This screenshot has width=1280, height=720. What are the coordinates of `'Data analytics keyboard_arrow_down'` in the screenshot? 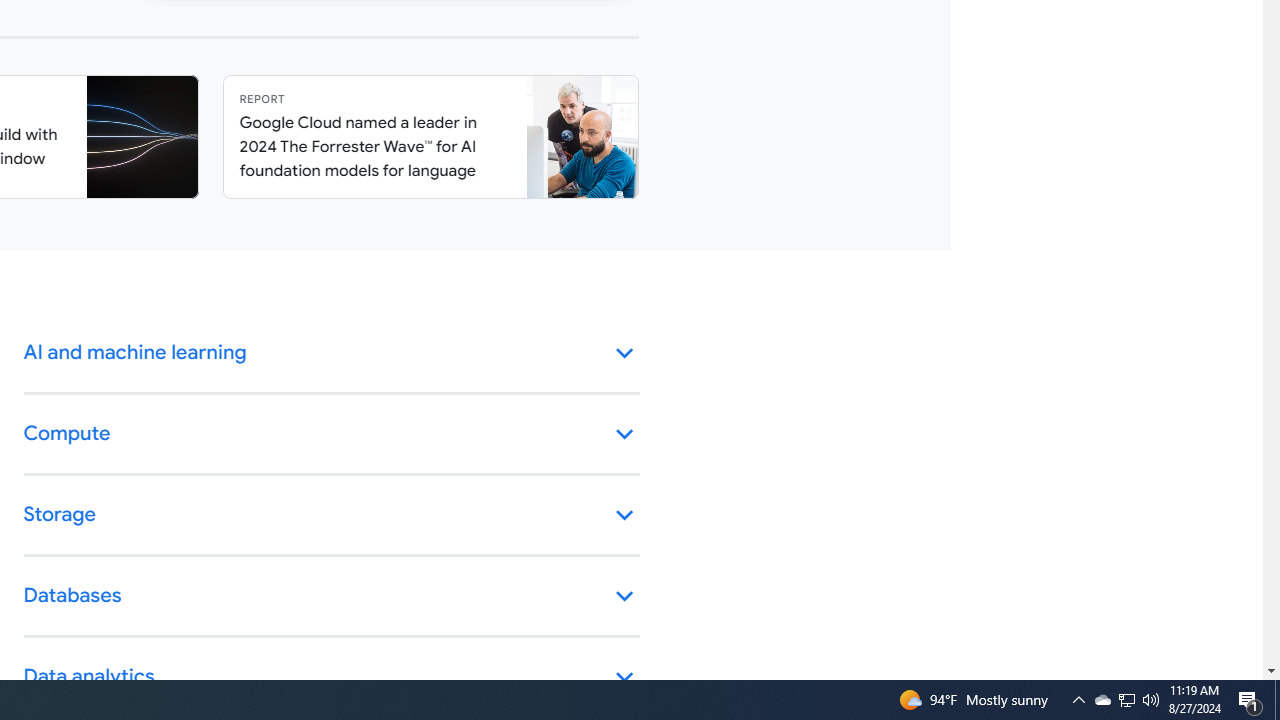 It's located at (331, 677).